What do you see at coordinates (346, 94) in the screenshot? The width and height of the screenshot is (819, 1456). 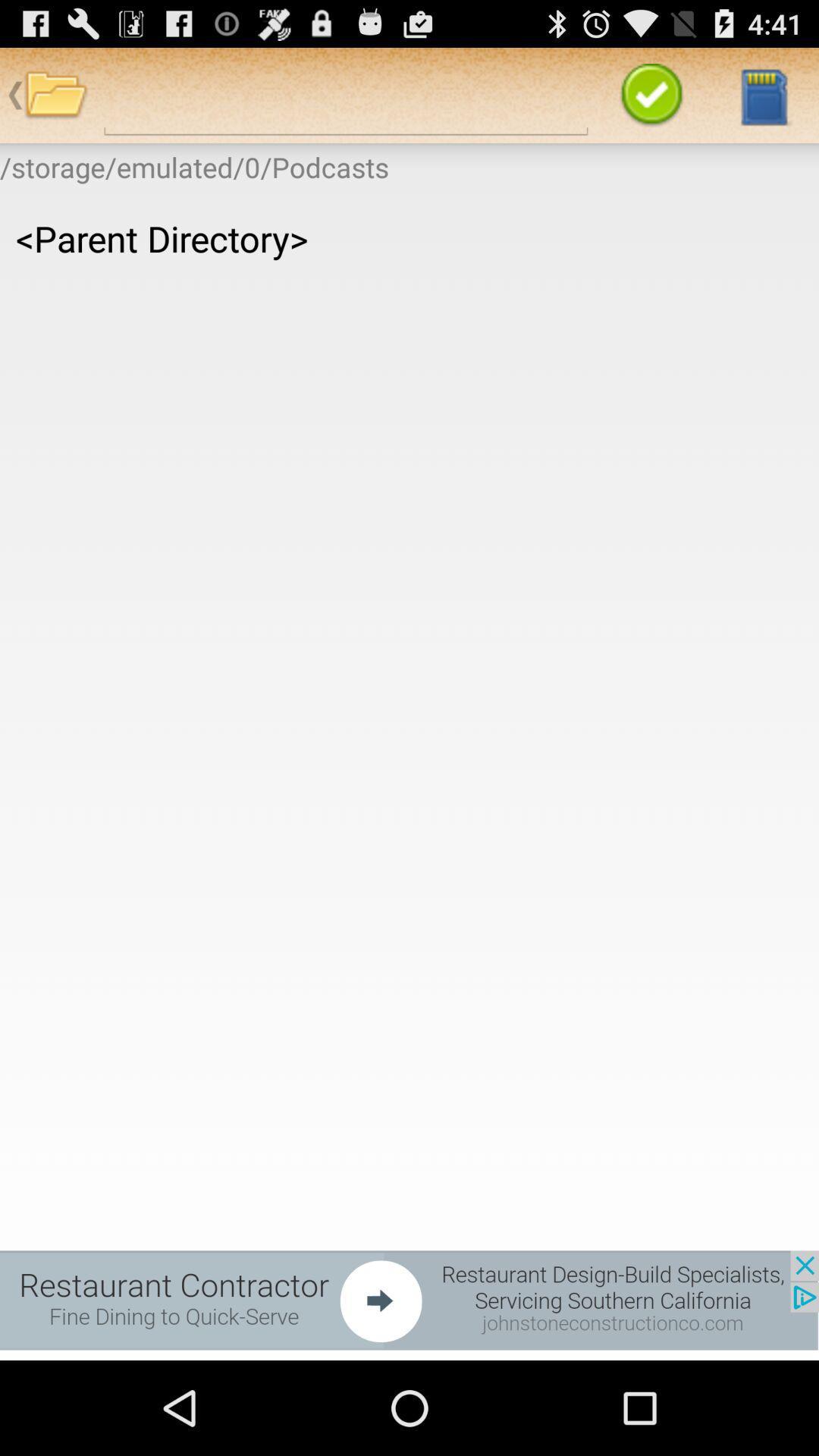 I see `search section` at bounding box center [346, 94].